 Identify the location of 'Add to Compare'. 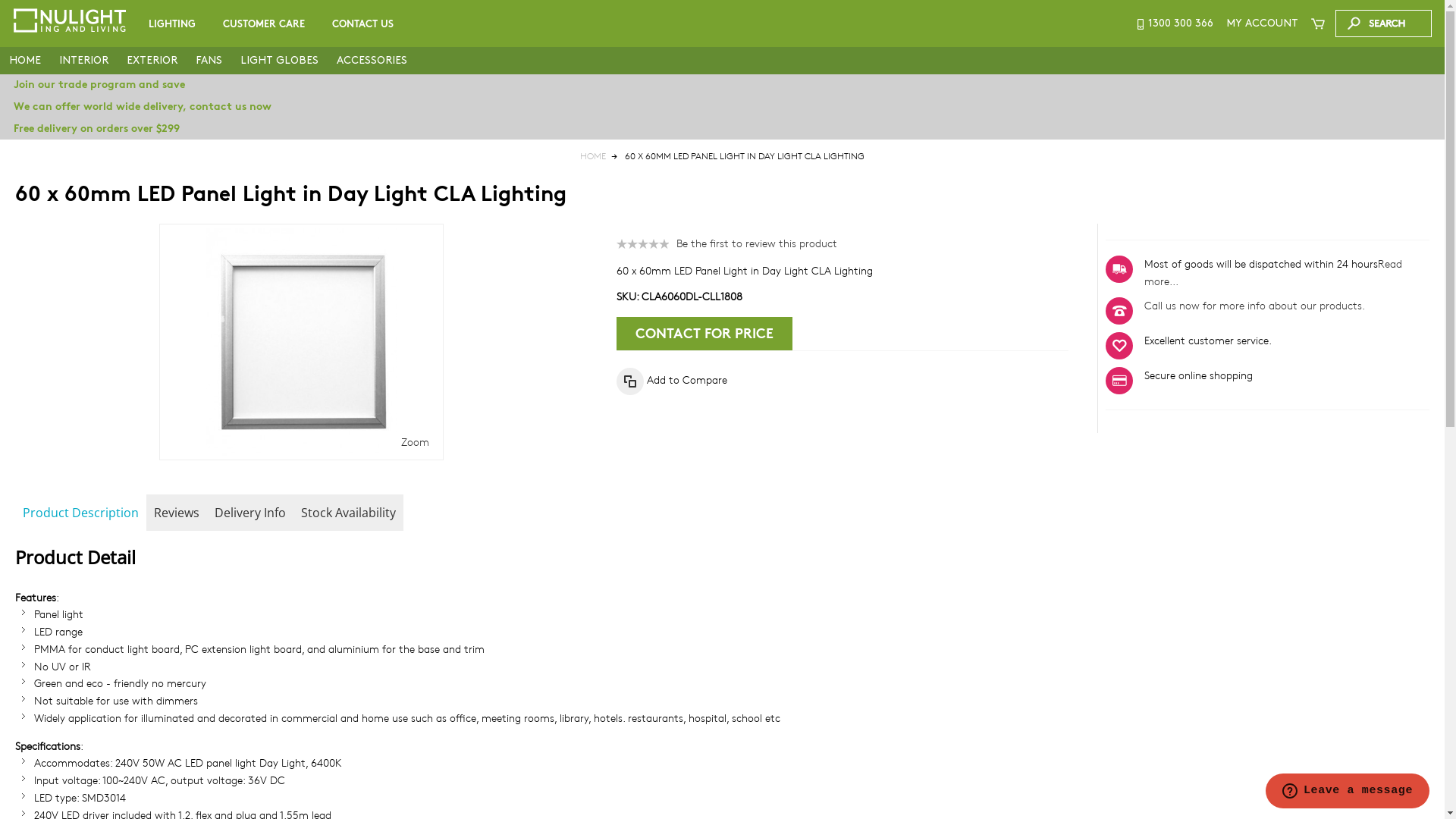
(671, 379).